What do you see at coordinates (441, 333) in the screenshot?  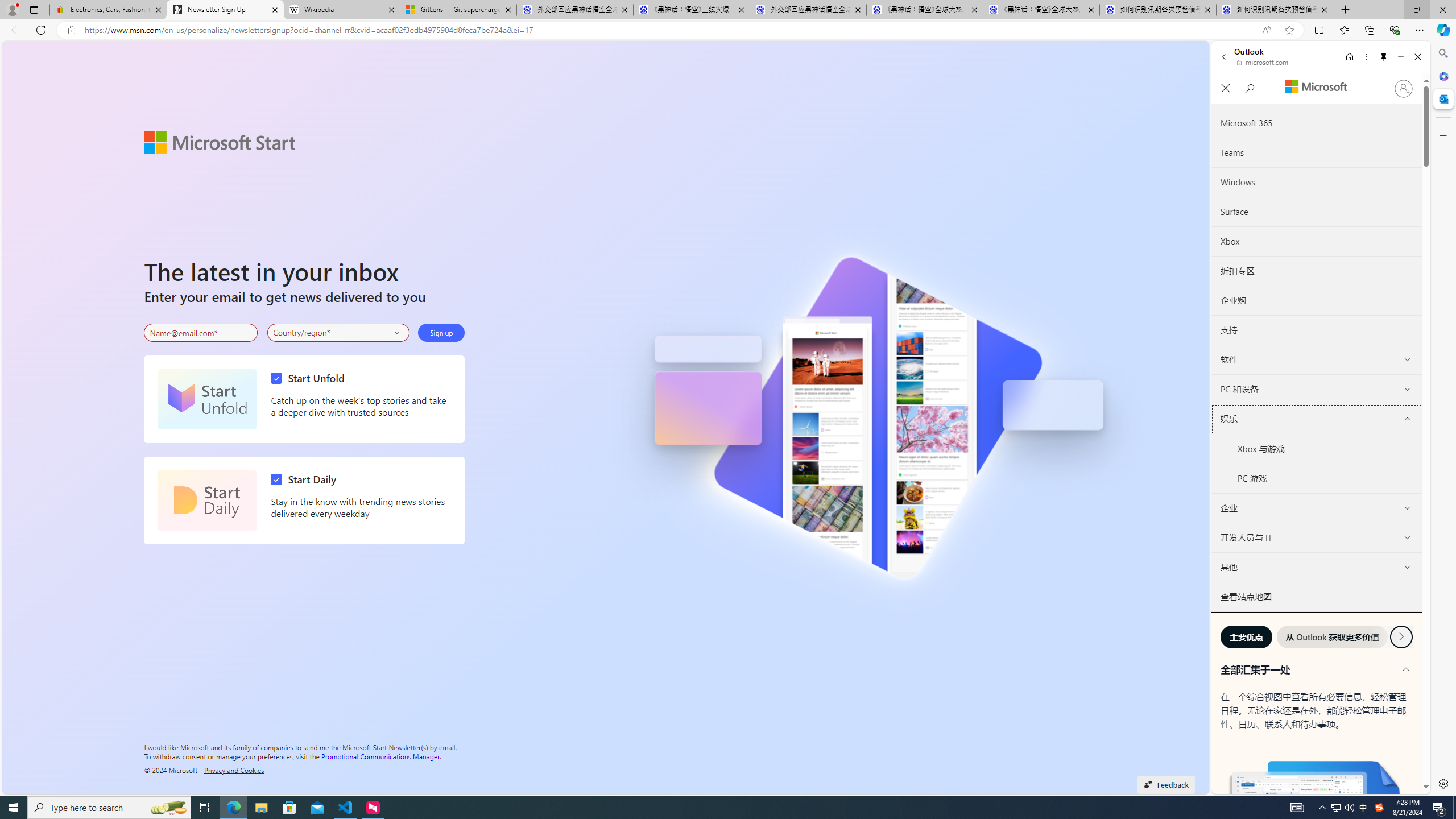 I see `'Sign up'` at bounding box center [441, 333].